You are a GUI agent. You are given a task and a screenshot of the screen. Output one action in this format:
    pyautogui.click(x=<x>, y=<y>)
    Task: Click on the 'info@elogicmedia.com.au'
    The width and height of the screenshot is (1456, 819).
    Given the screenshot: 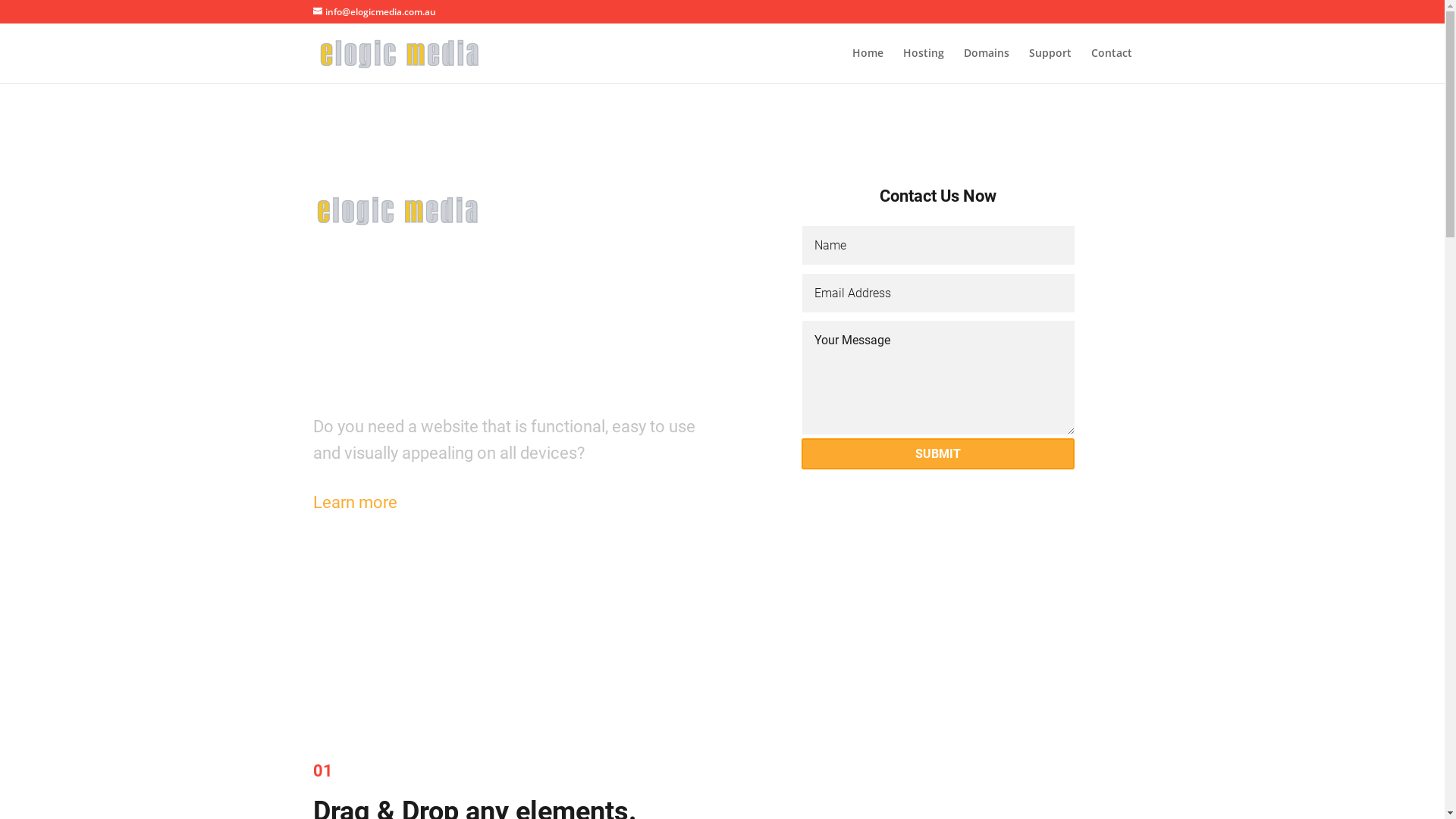 What is the action you would take?
    pyautogui.click(x=374, y=11)
    